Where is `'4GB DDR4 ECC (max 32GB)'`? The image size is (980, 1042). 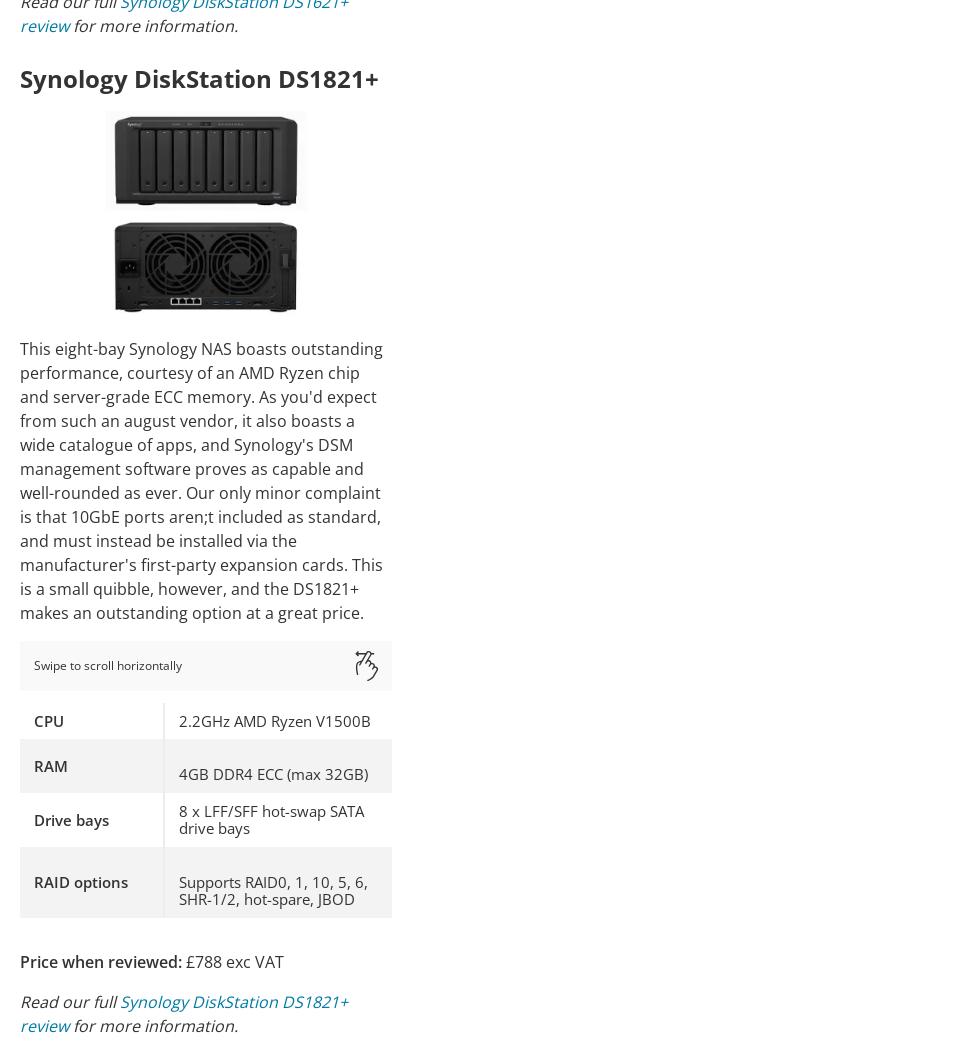
'4GB DDR4 ECC (max 32GB)' is located at coordinates (179, 772).